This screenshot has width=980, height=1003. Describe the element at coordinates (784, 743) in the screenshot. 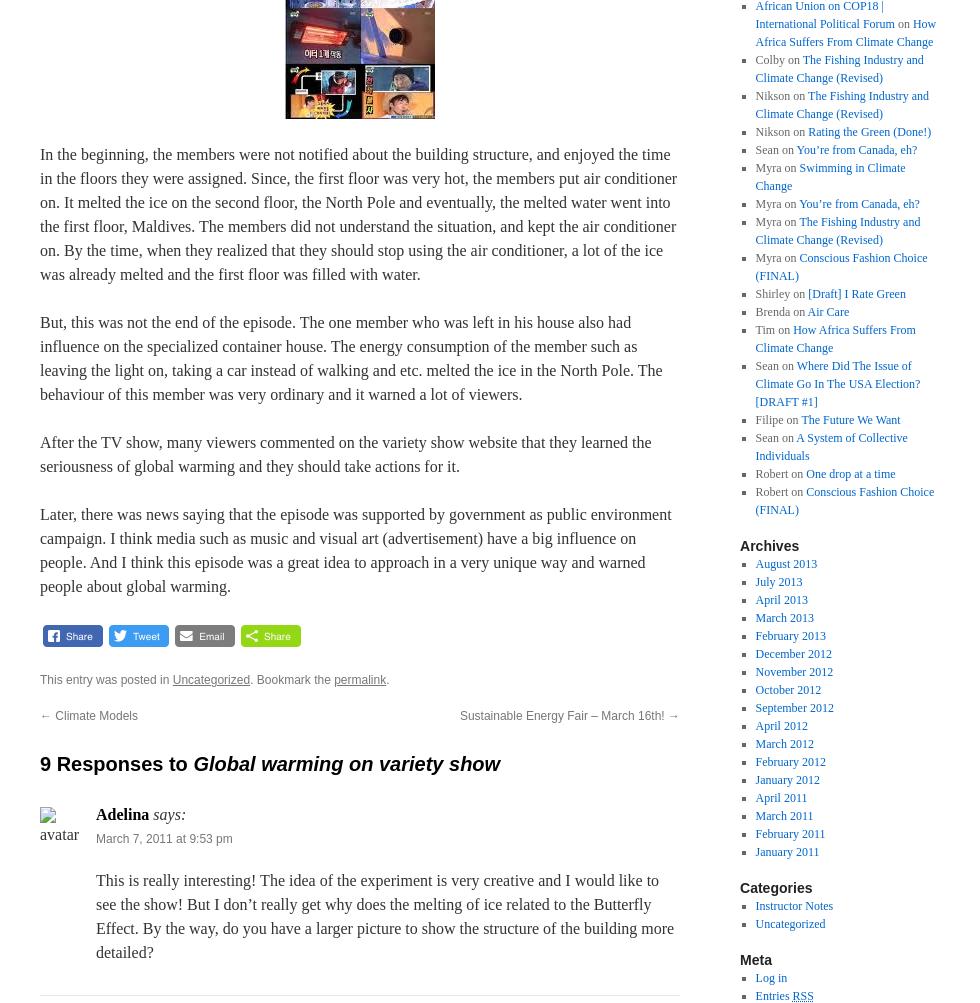

I see `'March 2012'` at that location.